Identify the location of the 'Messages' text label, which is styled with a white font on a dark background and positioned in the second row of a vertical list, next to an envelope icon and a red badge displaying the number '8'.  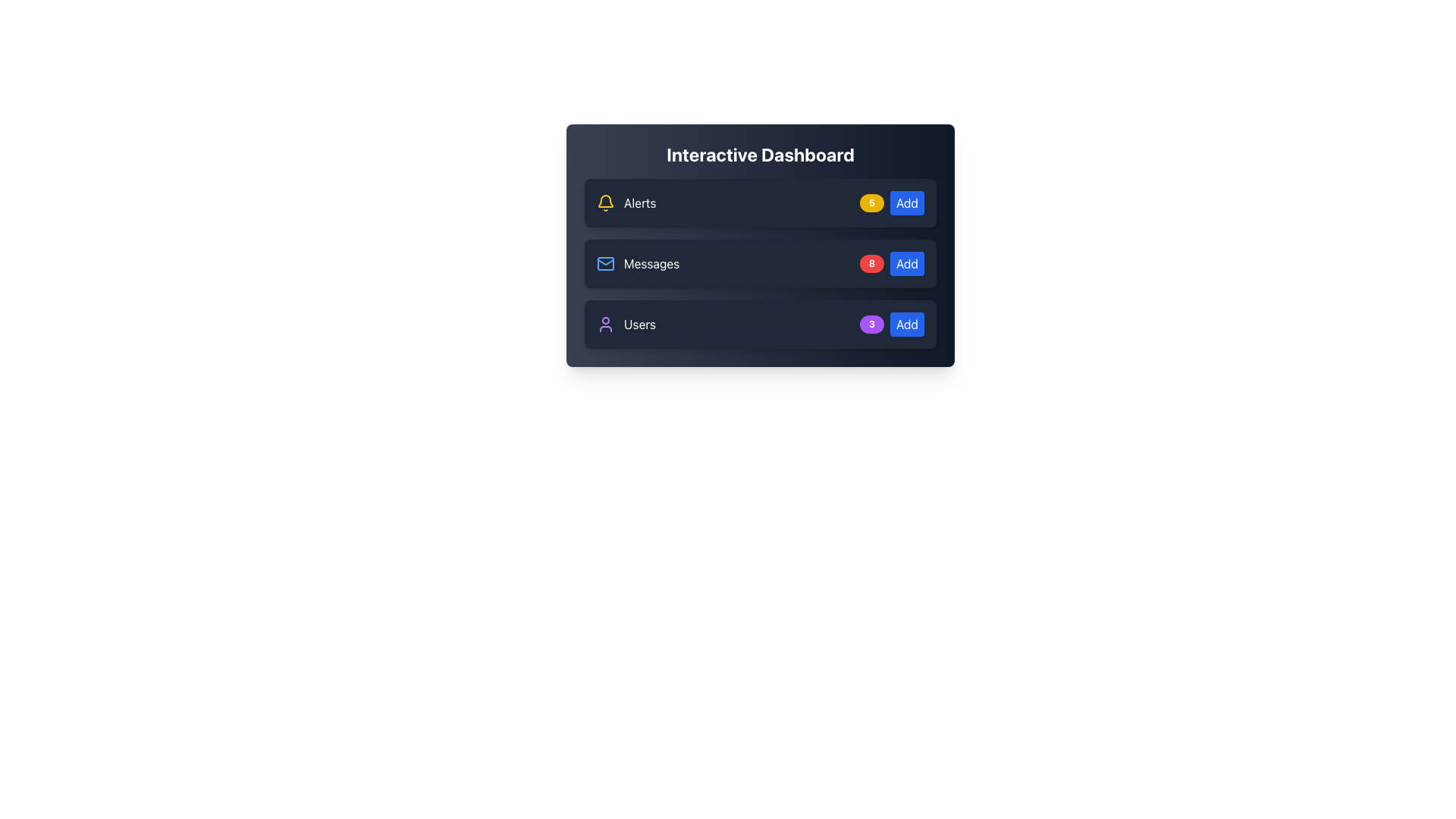
(651, 262).